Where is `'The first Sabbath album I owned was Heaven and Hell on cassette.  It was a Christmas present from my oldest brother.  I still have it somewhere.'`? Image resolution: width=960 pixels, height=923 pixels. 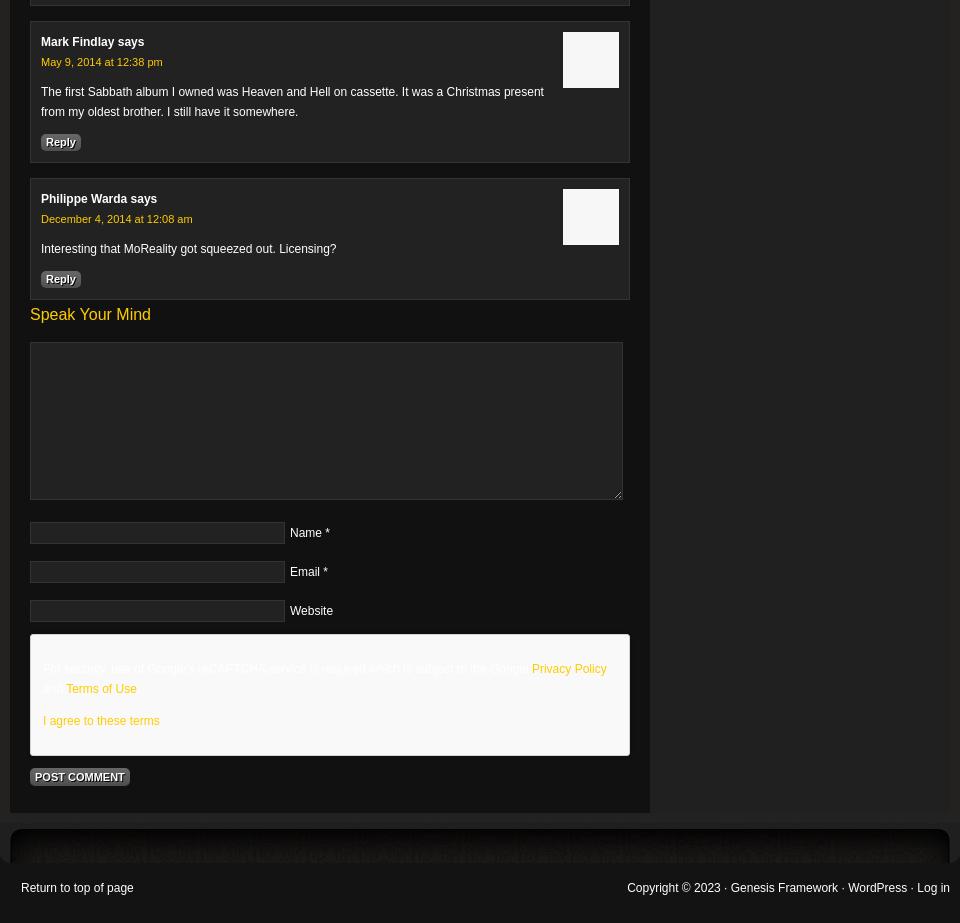 'The first Sabbath album I owned was Heaven and Hell on cassette.  It was a Christmas present from my oldest brother.  I still have it somewhere.' is located at coordinates (291, 101).